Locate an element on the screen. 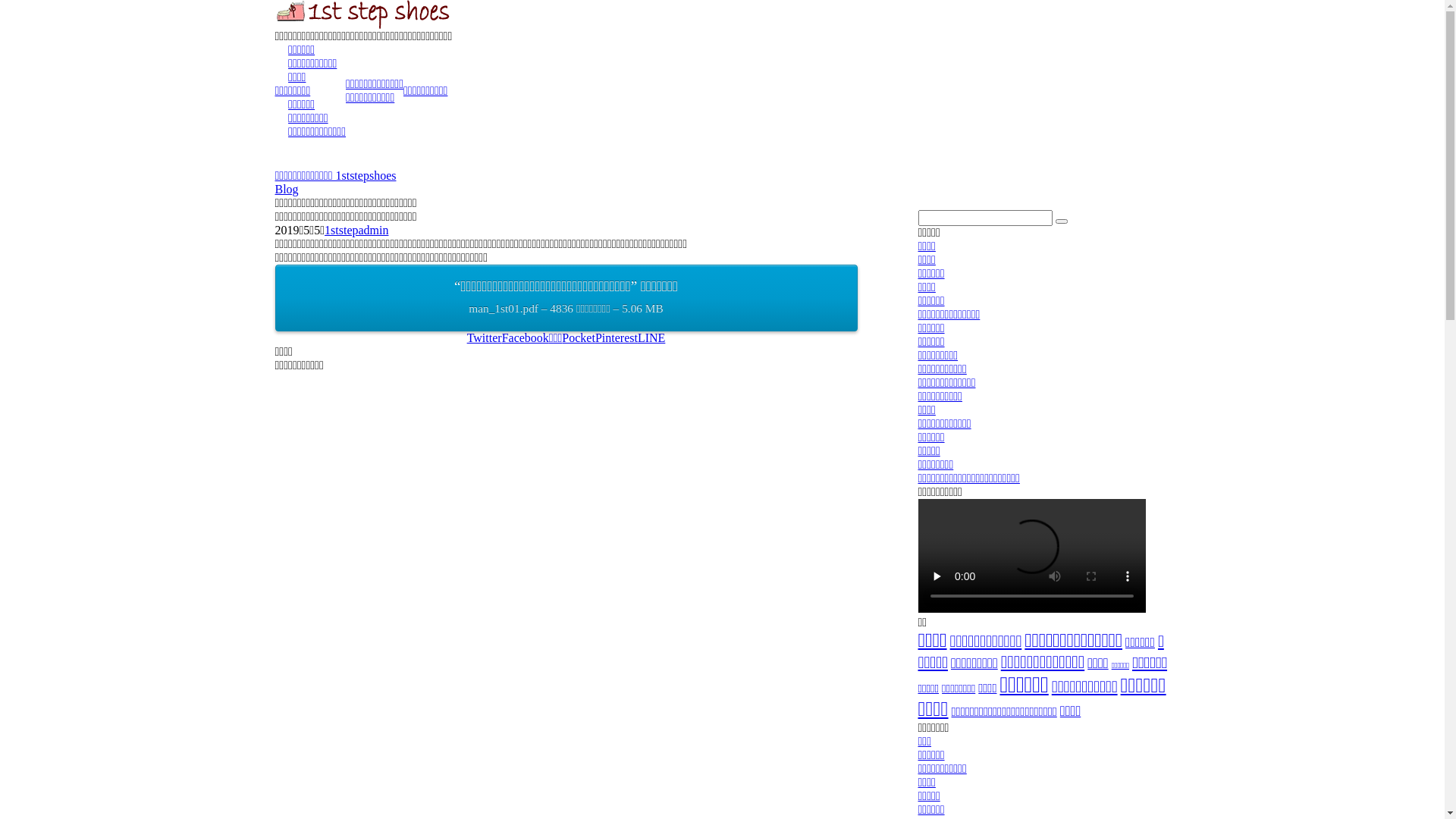 This screenshot has height=819, width=1456. 'Blog' is located at coordinates (286, 188).